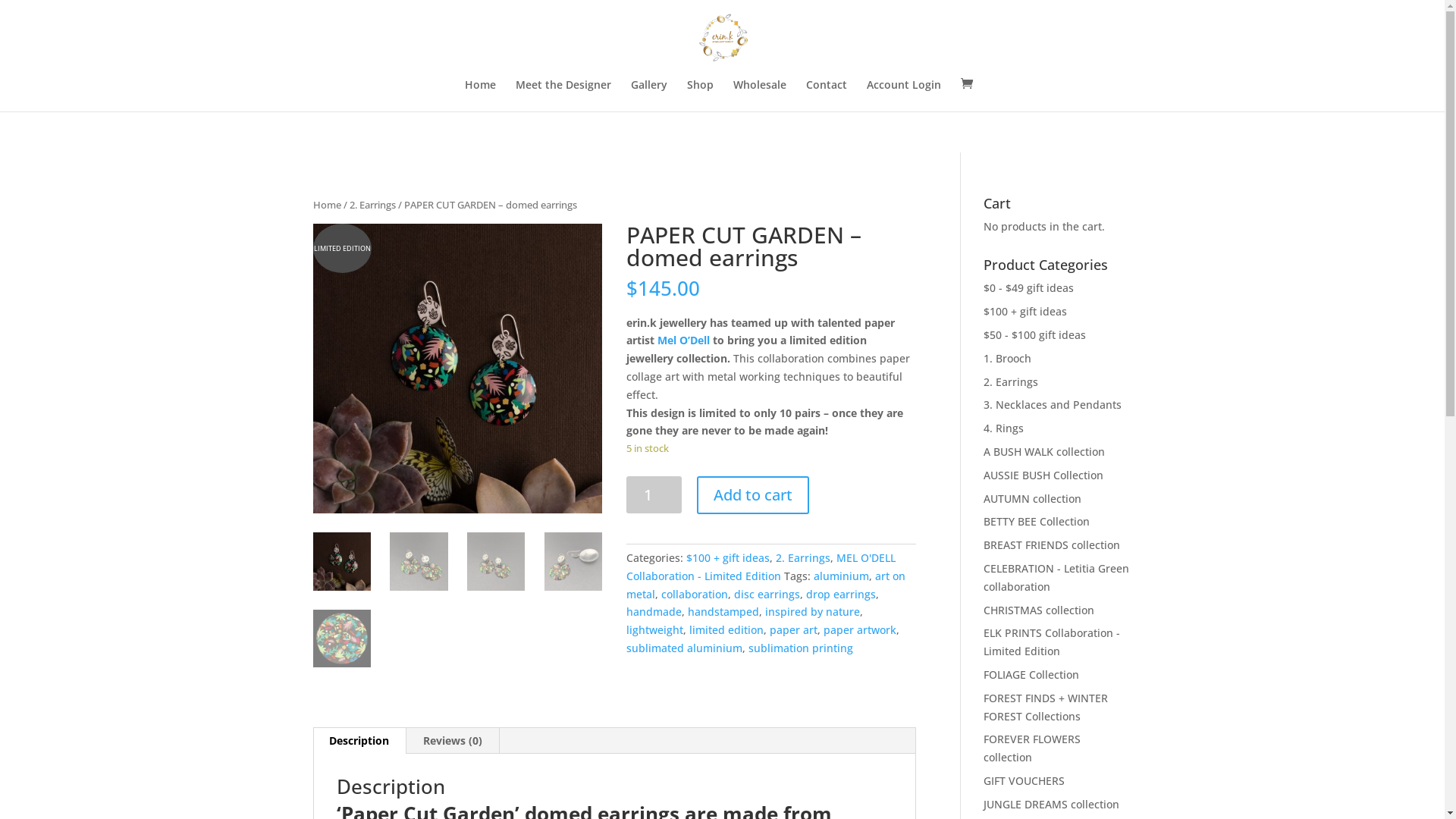 Image resolution: width=1456 pixels, height=819 pixels. Describe the element at coordinates (1037, 609) in the screenshot. I see `'CHRISTMAS collection'` at that location.